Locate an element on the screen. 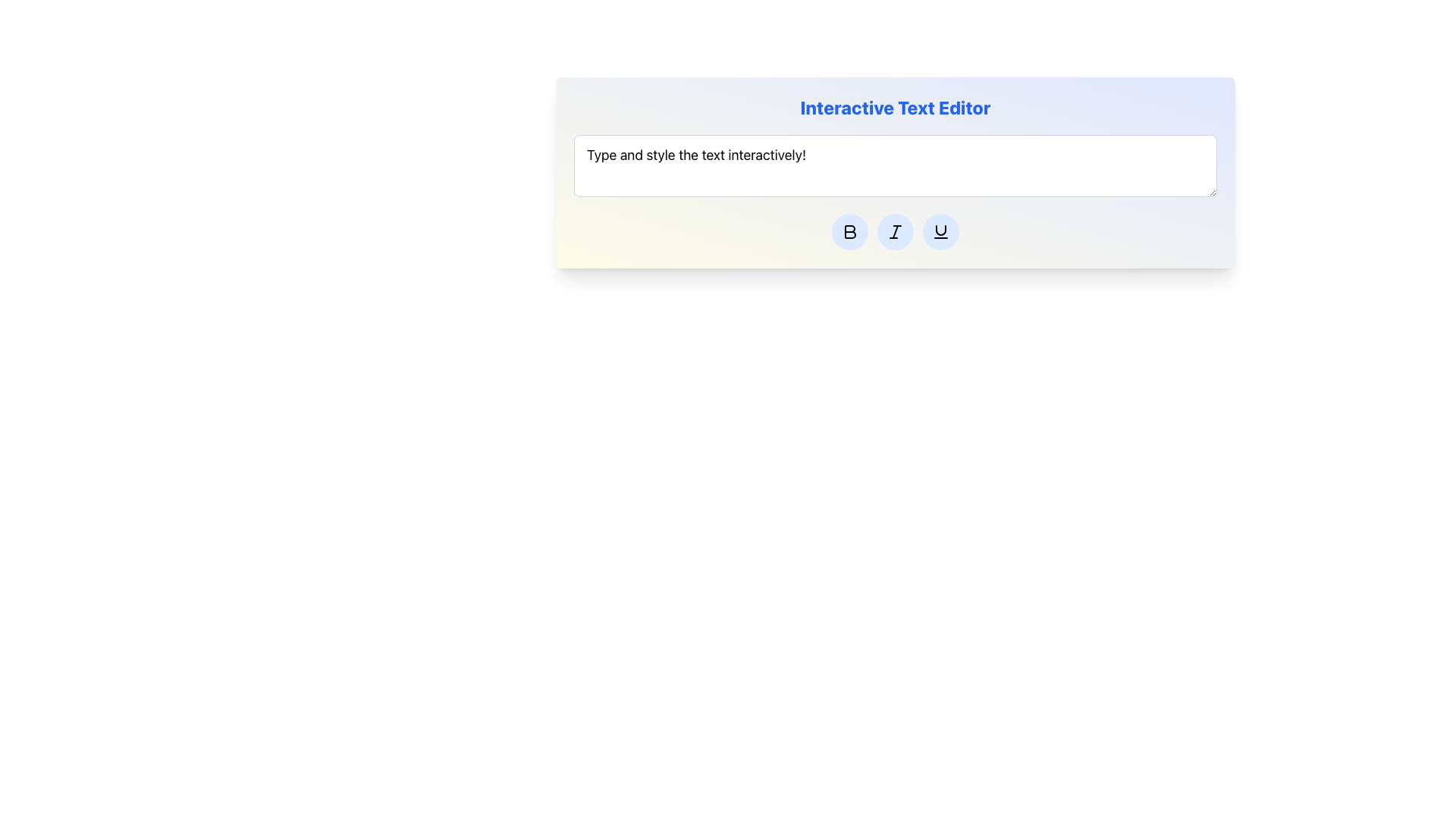 The height and width of the screenshot is (819, 1456). the middle icon button is located at coordinates (895, 231).